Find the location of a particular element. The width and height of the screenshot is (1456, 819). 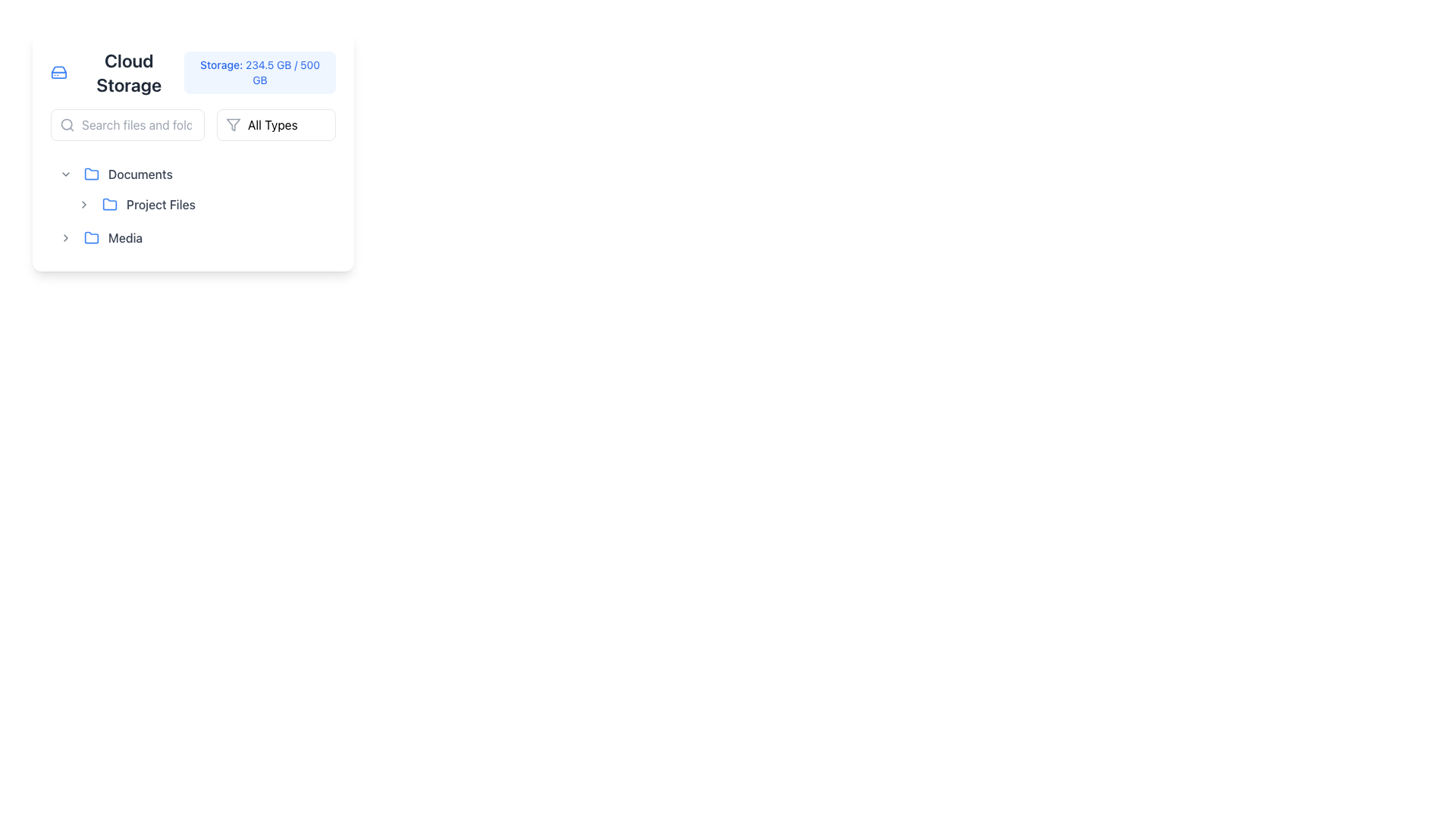

the 'Cloud Storage' informational display component that shows the storage usage status, which includes the title styled in bold and large font along with the usage information in blue color and a hard drive icon is located at coordinates (192, 73).